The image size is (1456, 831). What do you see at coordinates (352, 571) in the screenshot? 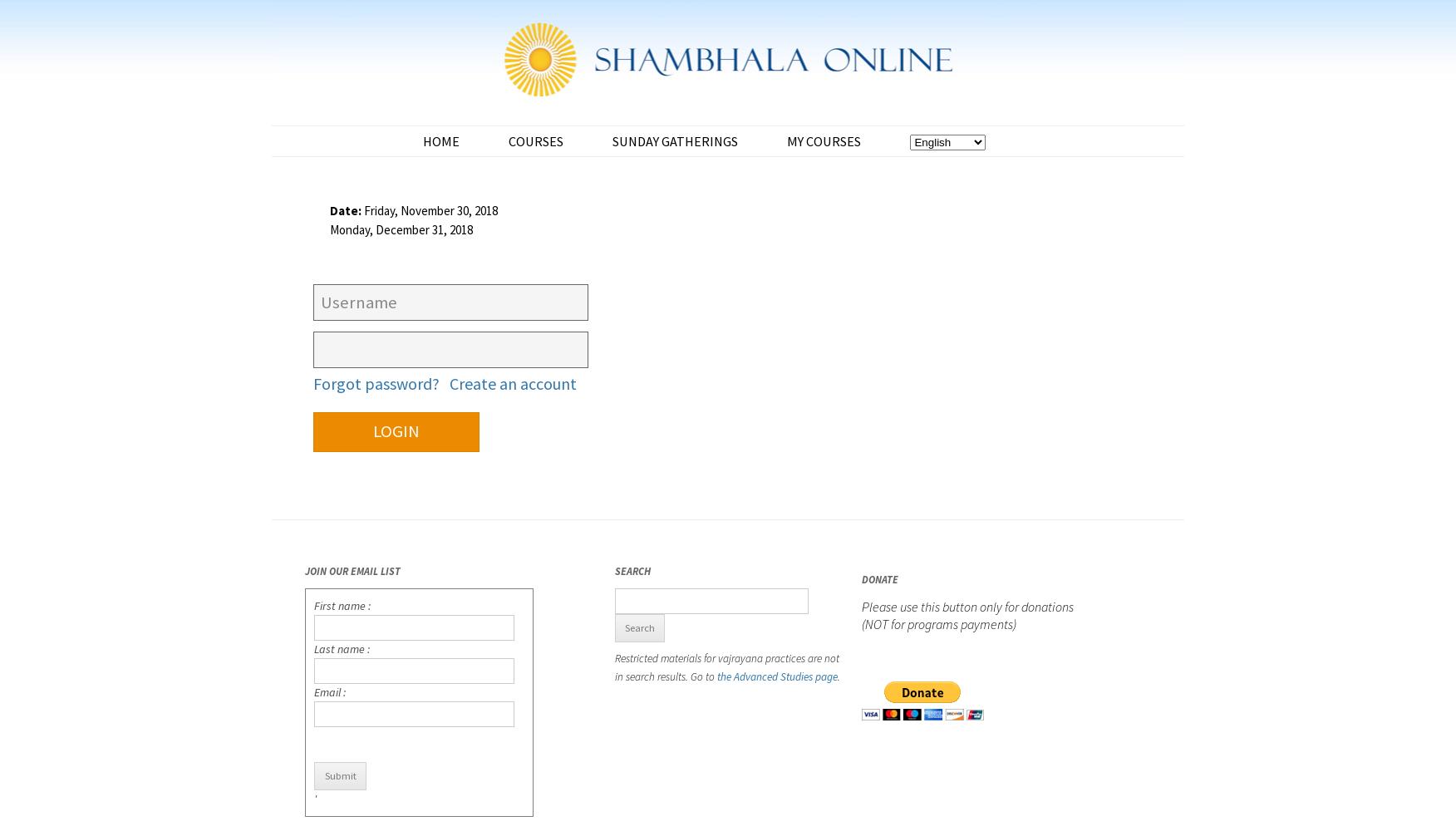
I see `'Join Our Email List'` at bounding box center [352, 571].